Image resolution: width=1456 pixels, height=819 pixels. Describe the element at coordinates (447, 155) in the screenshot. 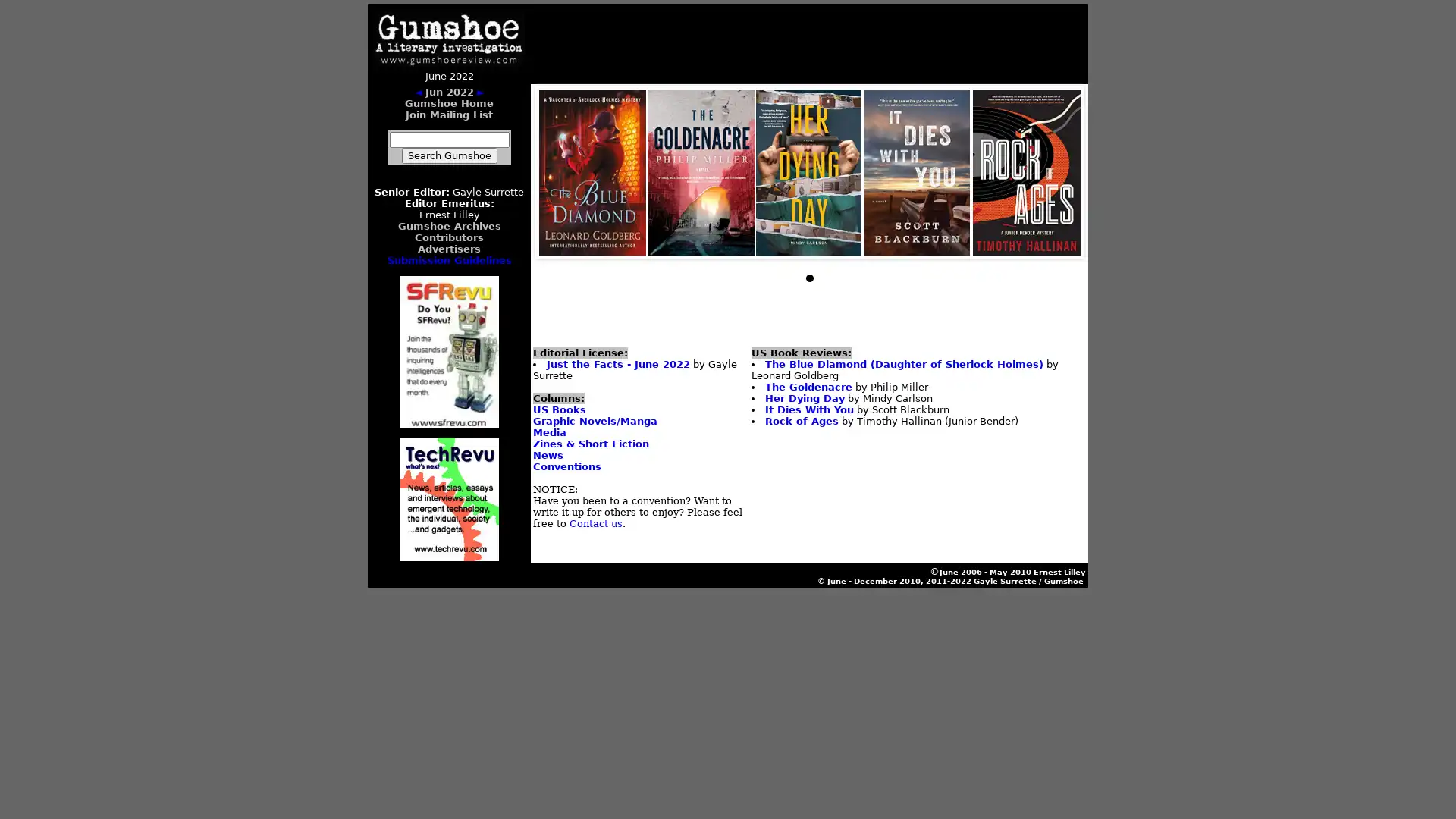

I see `Search Gumshoe` at that location.